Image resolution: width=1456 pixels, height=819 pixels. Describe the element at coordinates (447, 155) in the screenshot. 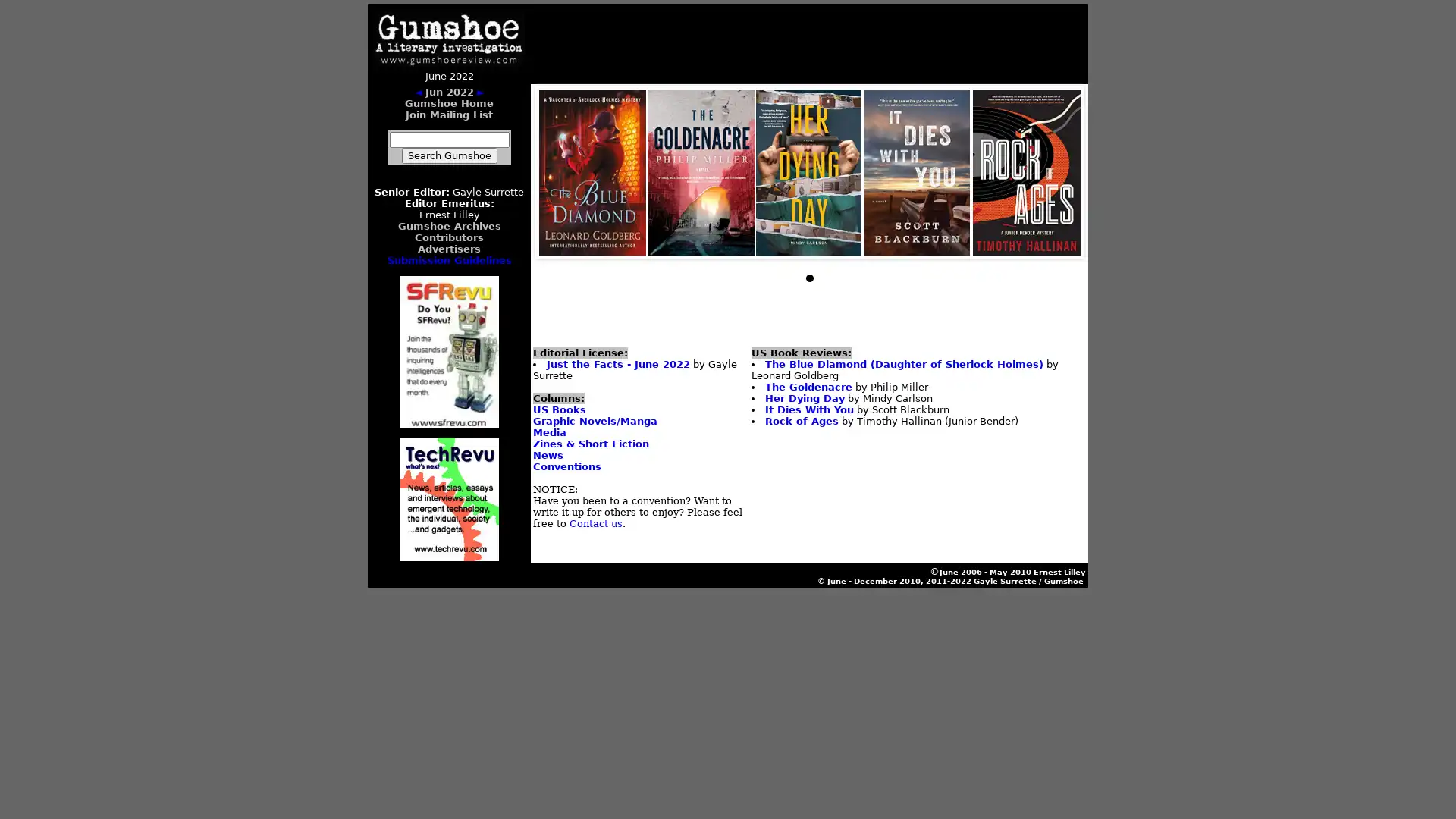

I see `Search Gumshoe` at that location.